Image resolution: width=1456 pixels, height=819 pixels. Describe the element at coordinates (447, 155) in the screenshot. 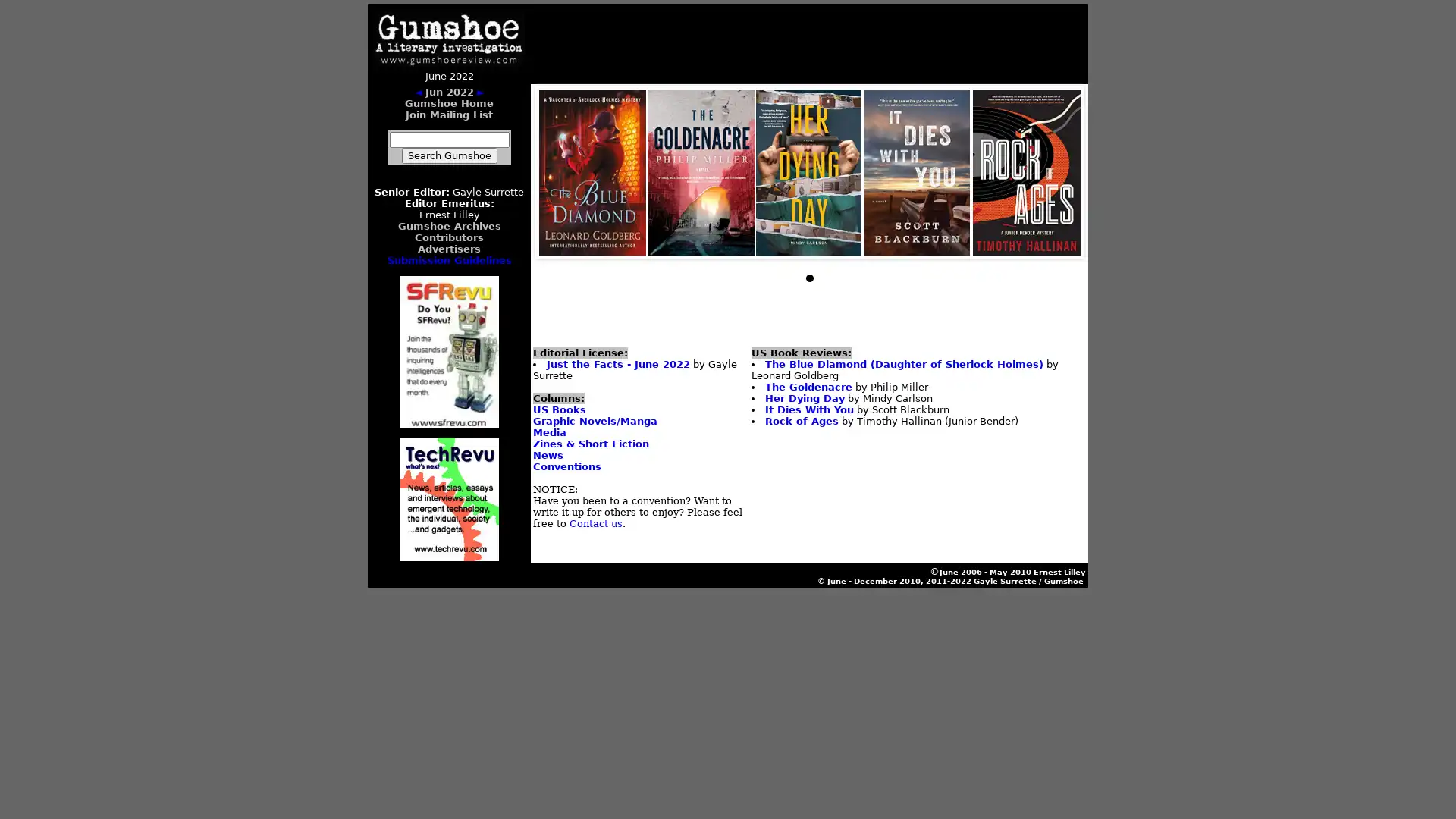

I see `Search Gumshoe` at that location.